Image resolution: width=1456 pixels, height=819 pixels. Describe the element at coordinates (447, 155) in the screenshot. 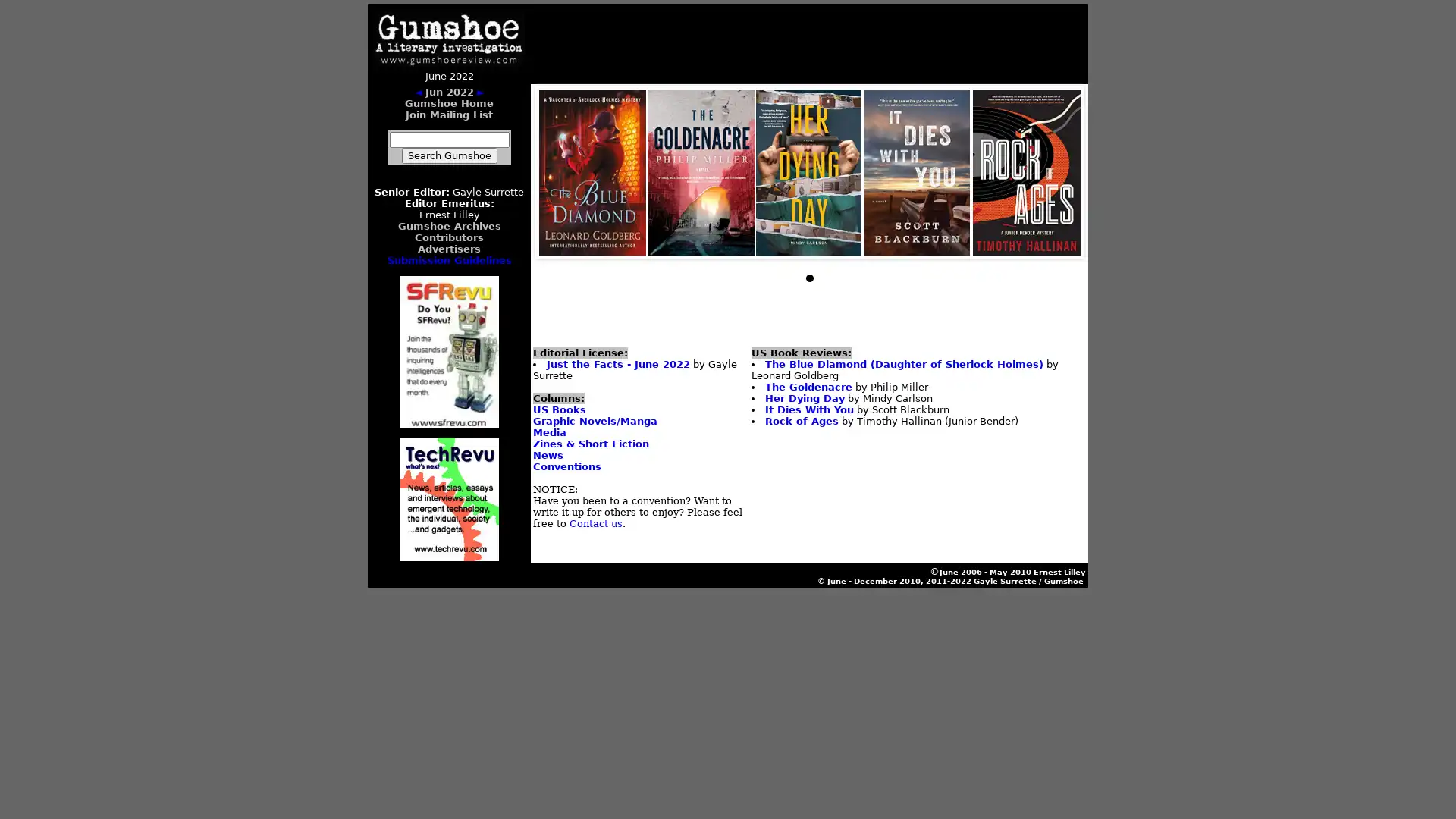

I see `Search Gumshoe` at that location.